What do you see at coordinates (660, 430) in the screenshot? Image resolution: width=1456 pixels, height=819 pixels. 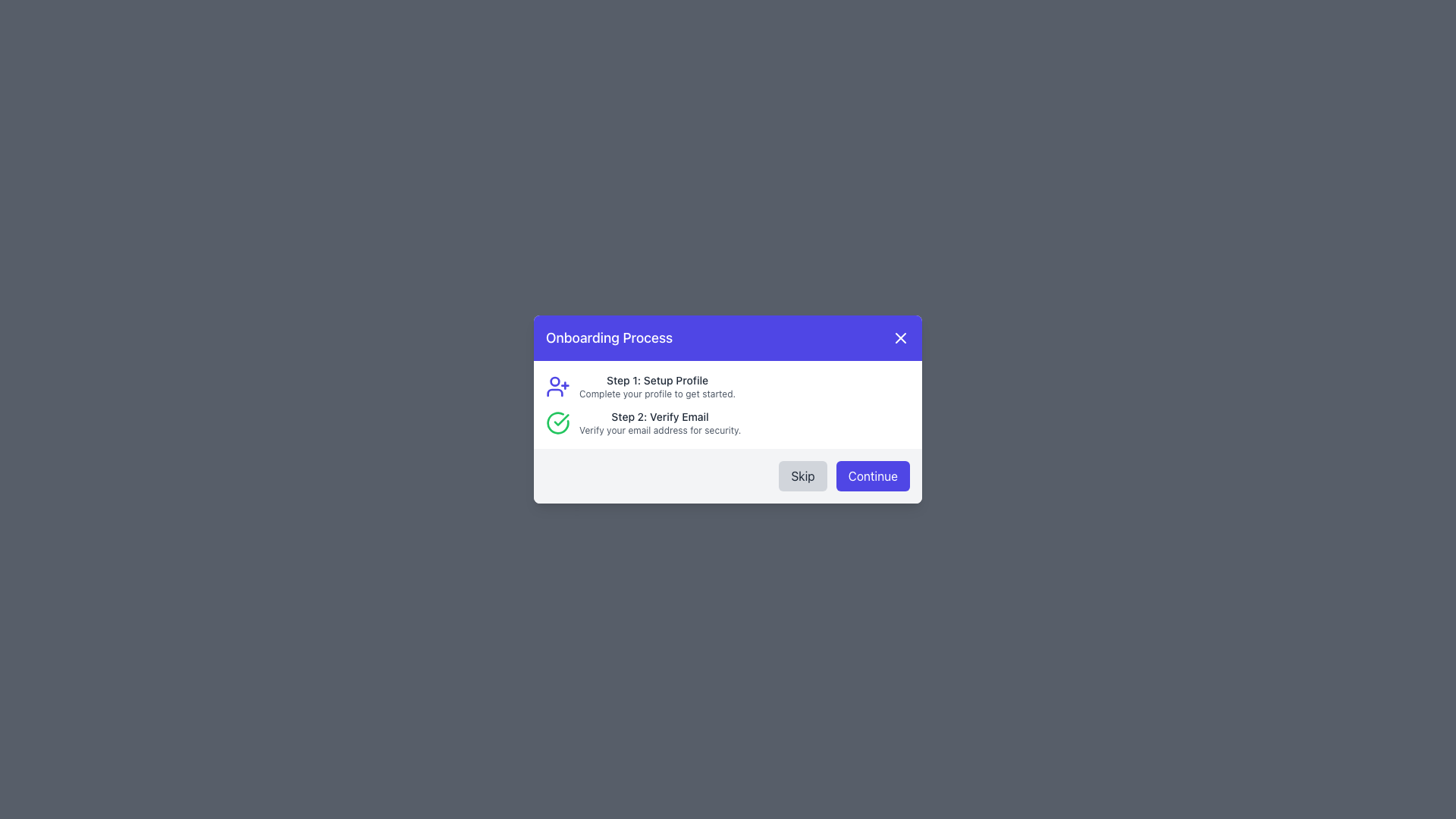 I see `the text label that contains the phrase 'Verify your email address for security.', which is styled as auxiliary instruction text located below the 'Step 2: Verify Email' header in the confirmation step UI component of the modal dialog` at bounding box center [660, 430].